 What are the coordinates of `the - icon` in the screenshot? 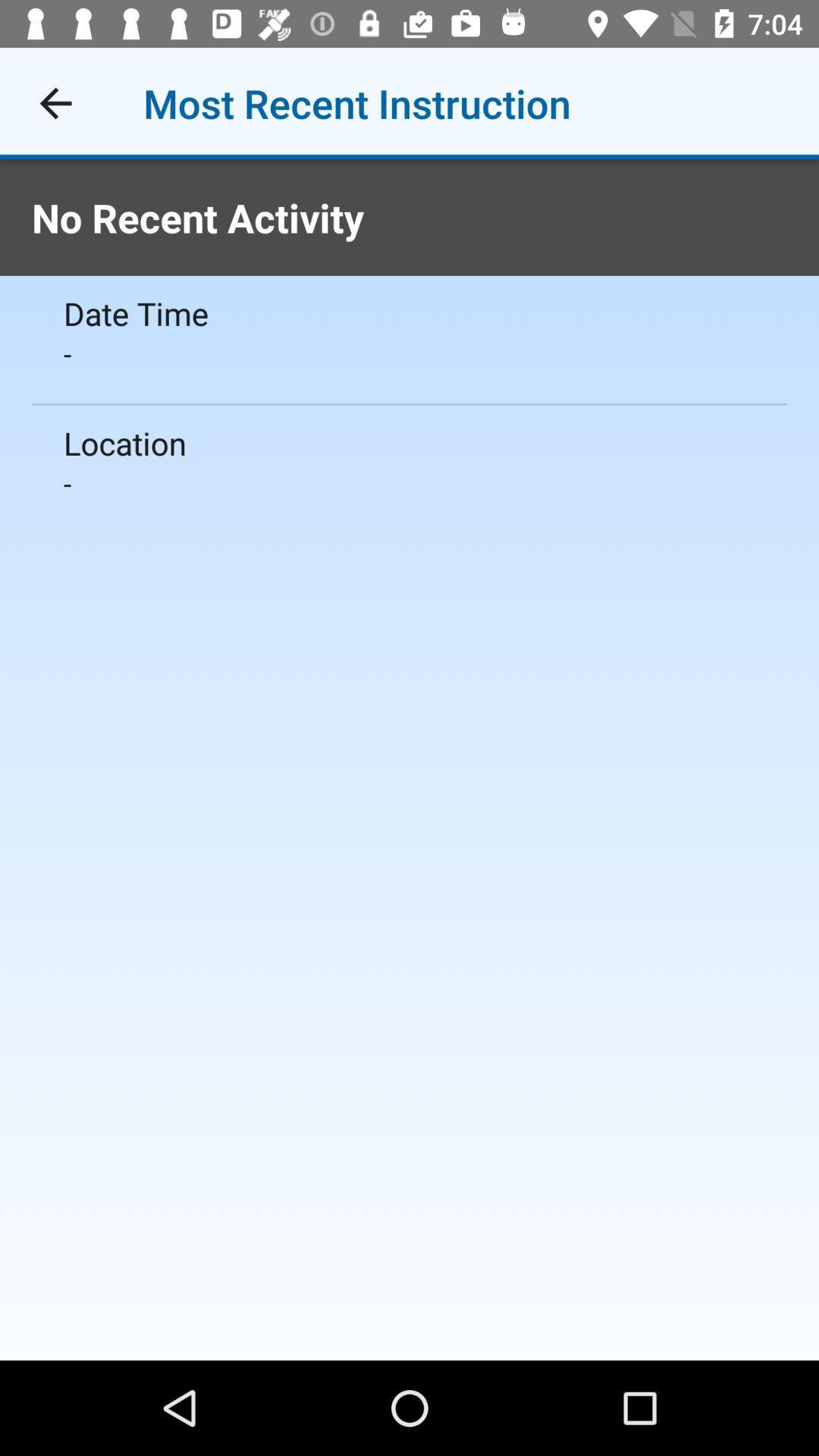 It's located at (409, 353).